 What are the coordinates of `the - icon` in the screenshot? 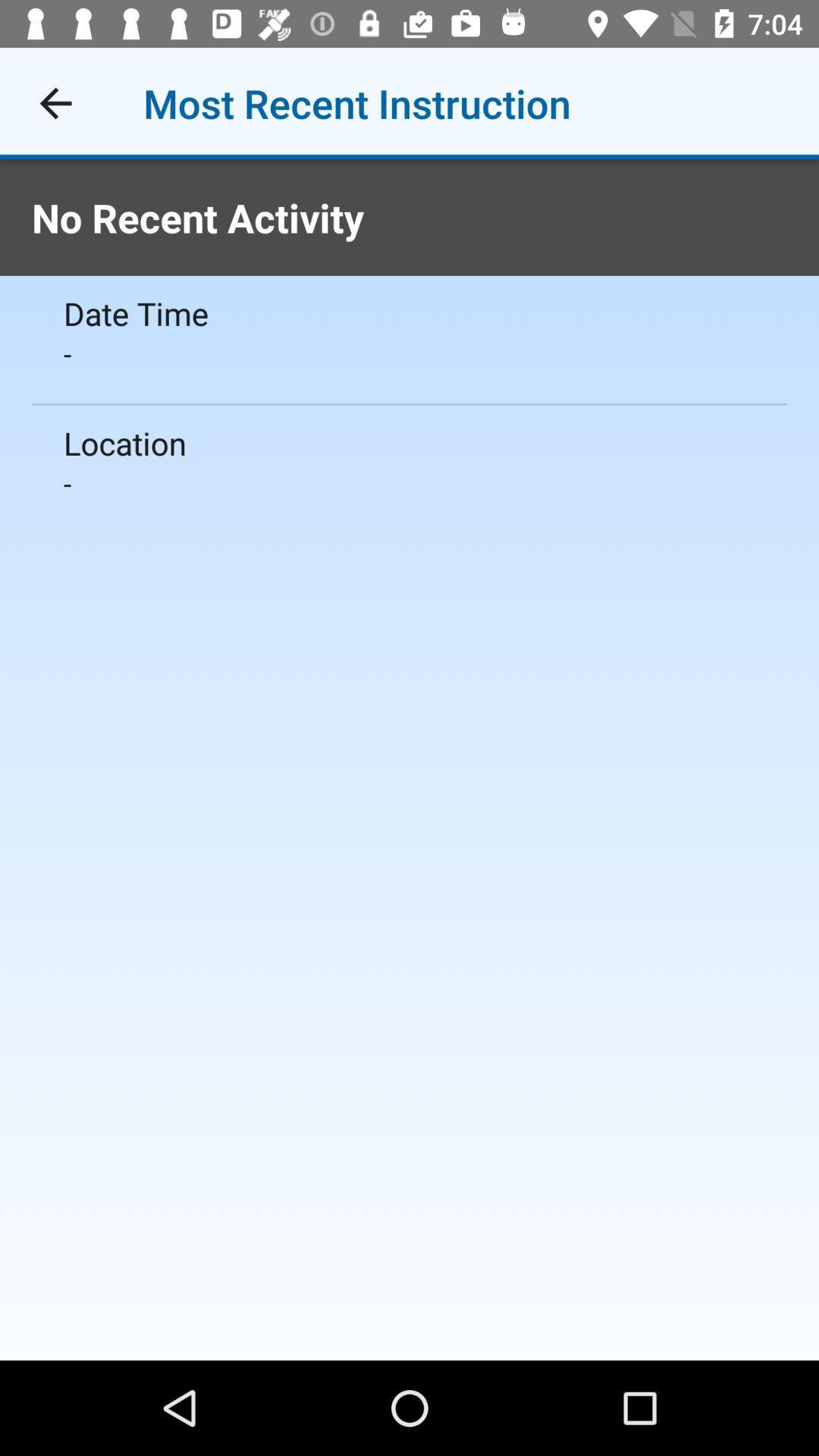 It's located at (409, 353).